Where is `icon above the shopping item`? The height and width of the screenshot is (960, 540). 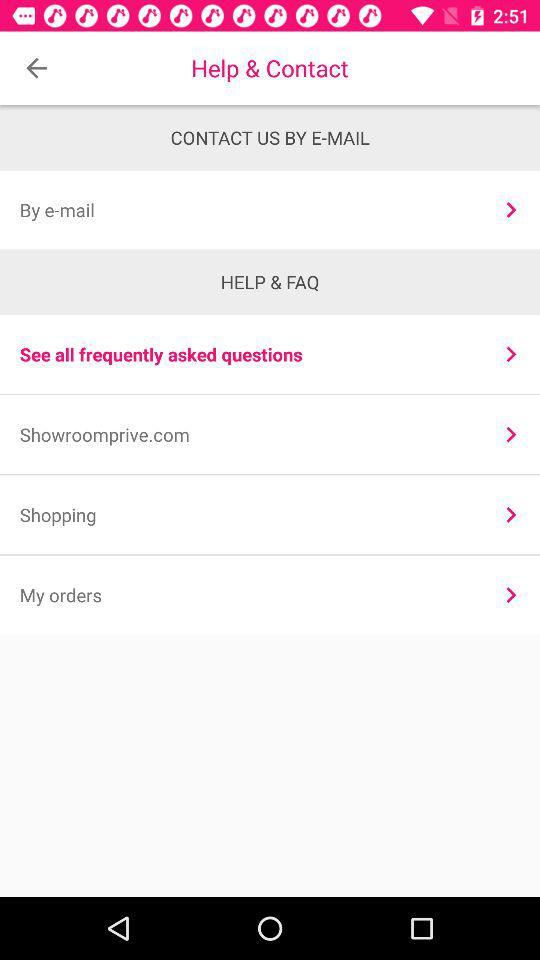
icon above the shopping item is located at coordinates (511, 434).